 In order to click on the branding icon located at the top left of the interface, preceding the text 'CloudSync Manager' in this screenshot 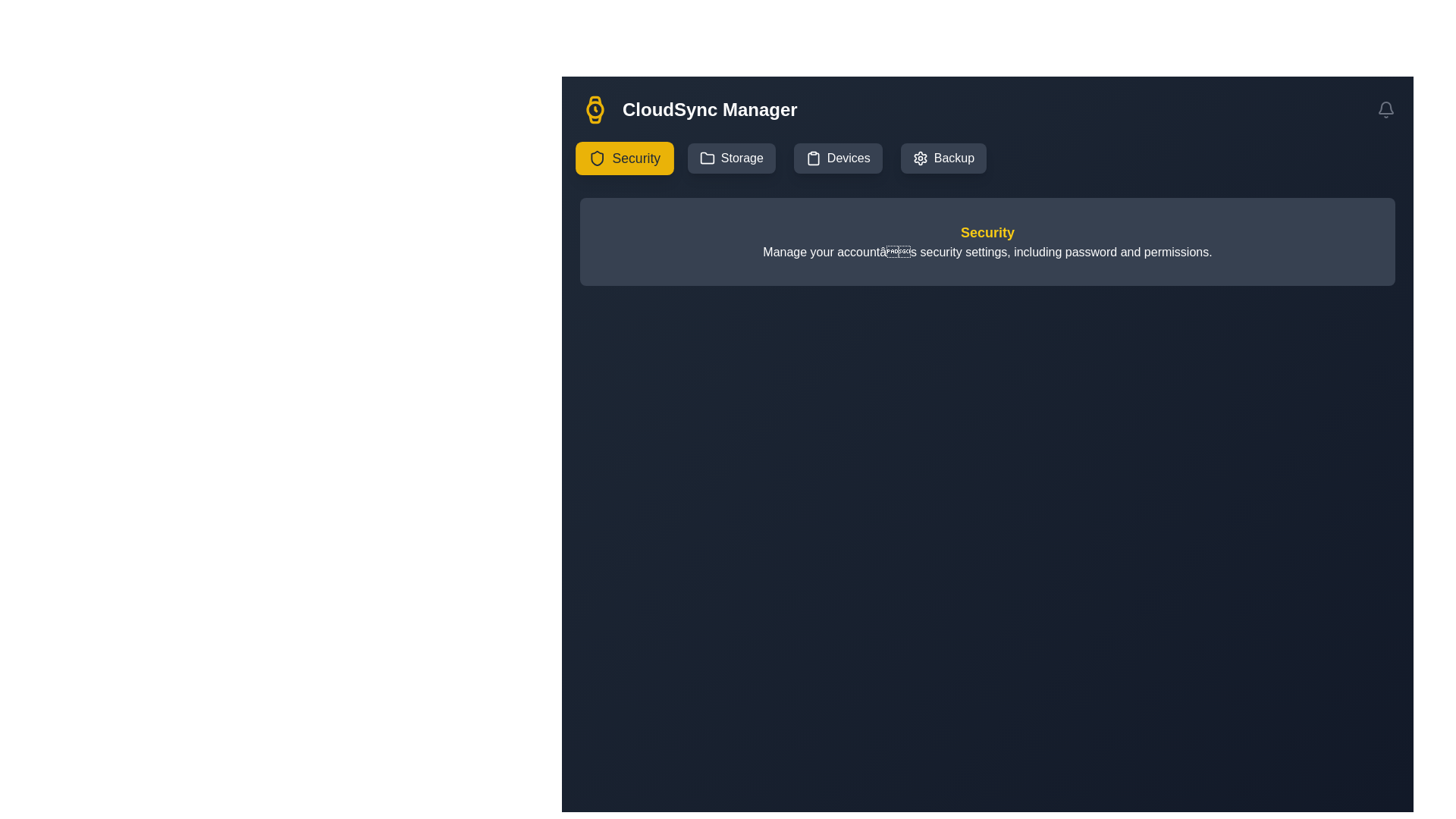, I will do `click(595, 109)`.